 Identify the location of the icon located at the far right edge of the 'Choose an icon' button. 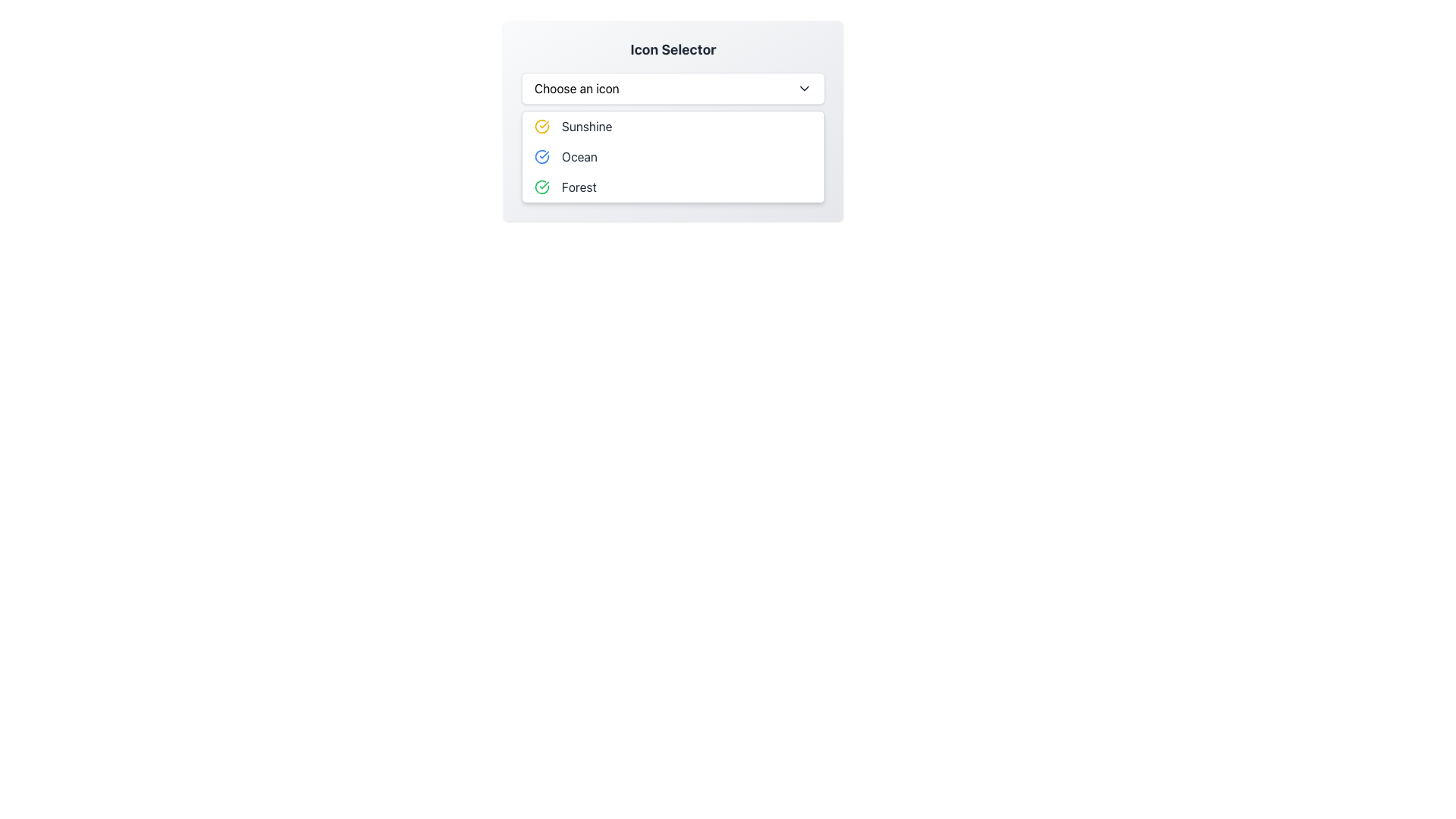
(803, 88).